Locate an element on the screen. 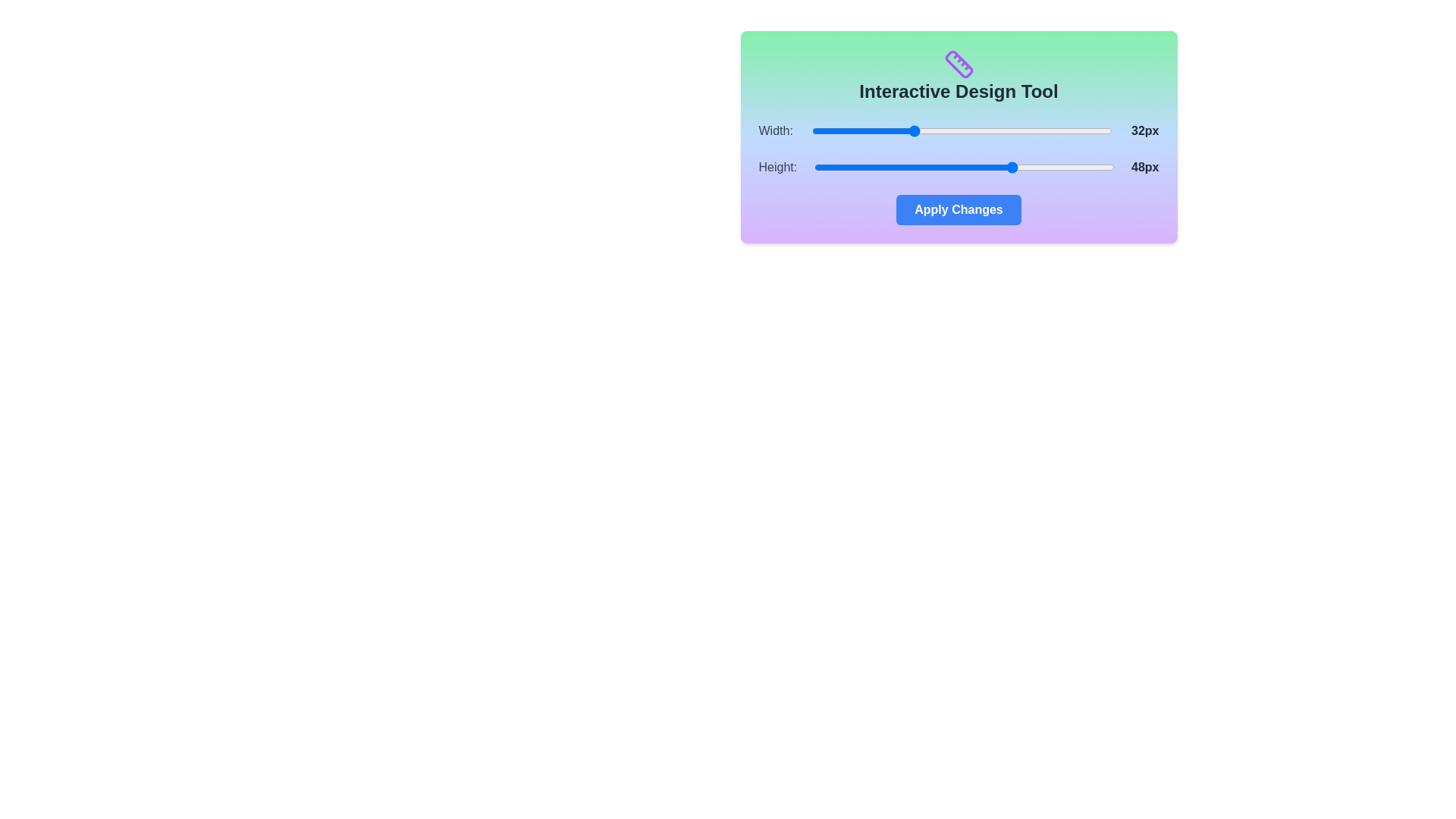 Image resolution: width=1456 pixels, height=819 pixels. the 'Height' slider to set its value to 45 is located at coordinates (995, 167).